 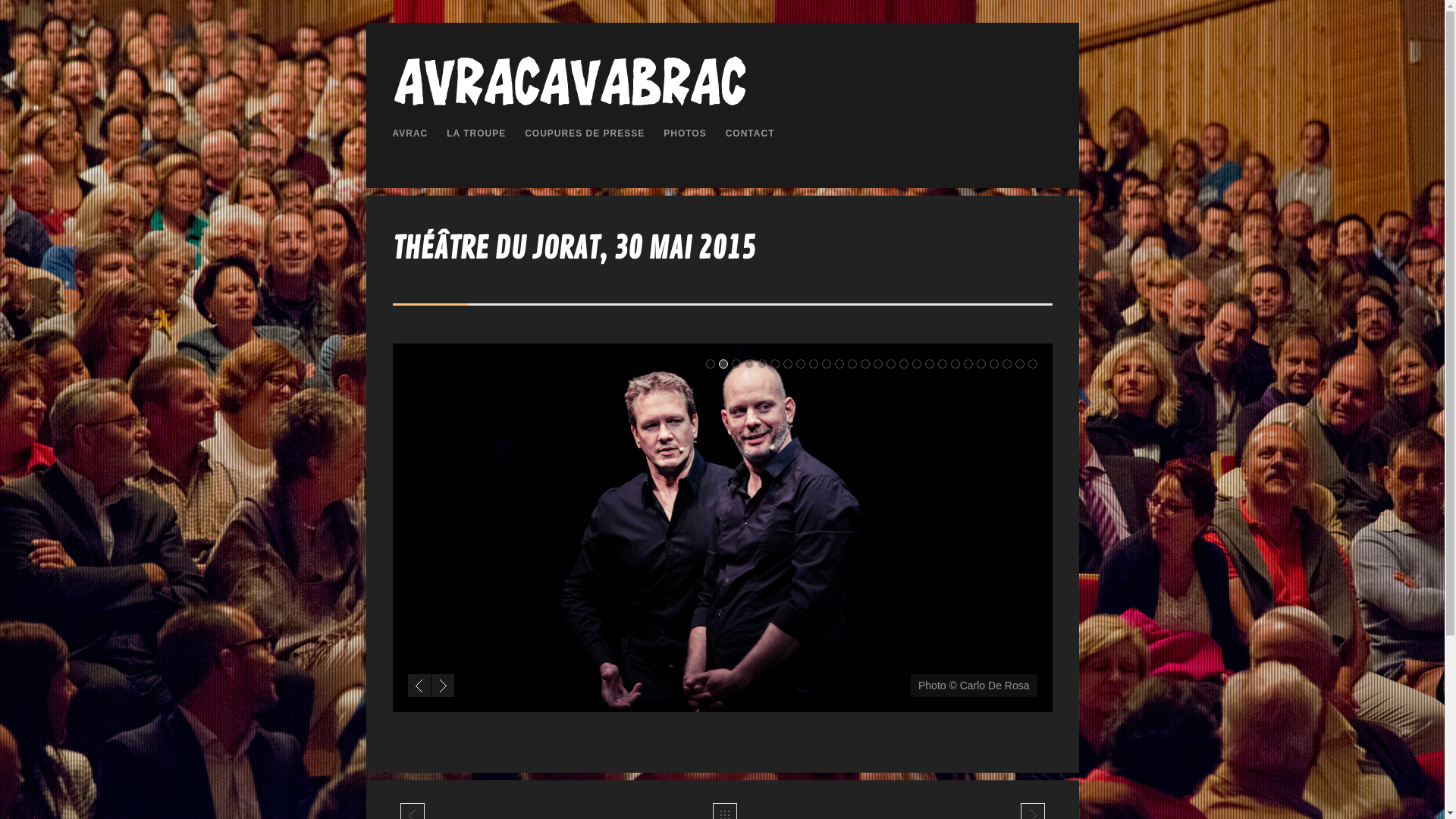 What do you see at coordinates (976, 363) in the screenshot?
I see `'22'` at bounding box center [976, 363].